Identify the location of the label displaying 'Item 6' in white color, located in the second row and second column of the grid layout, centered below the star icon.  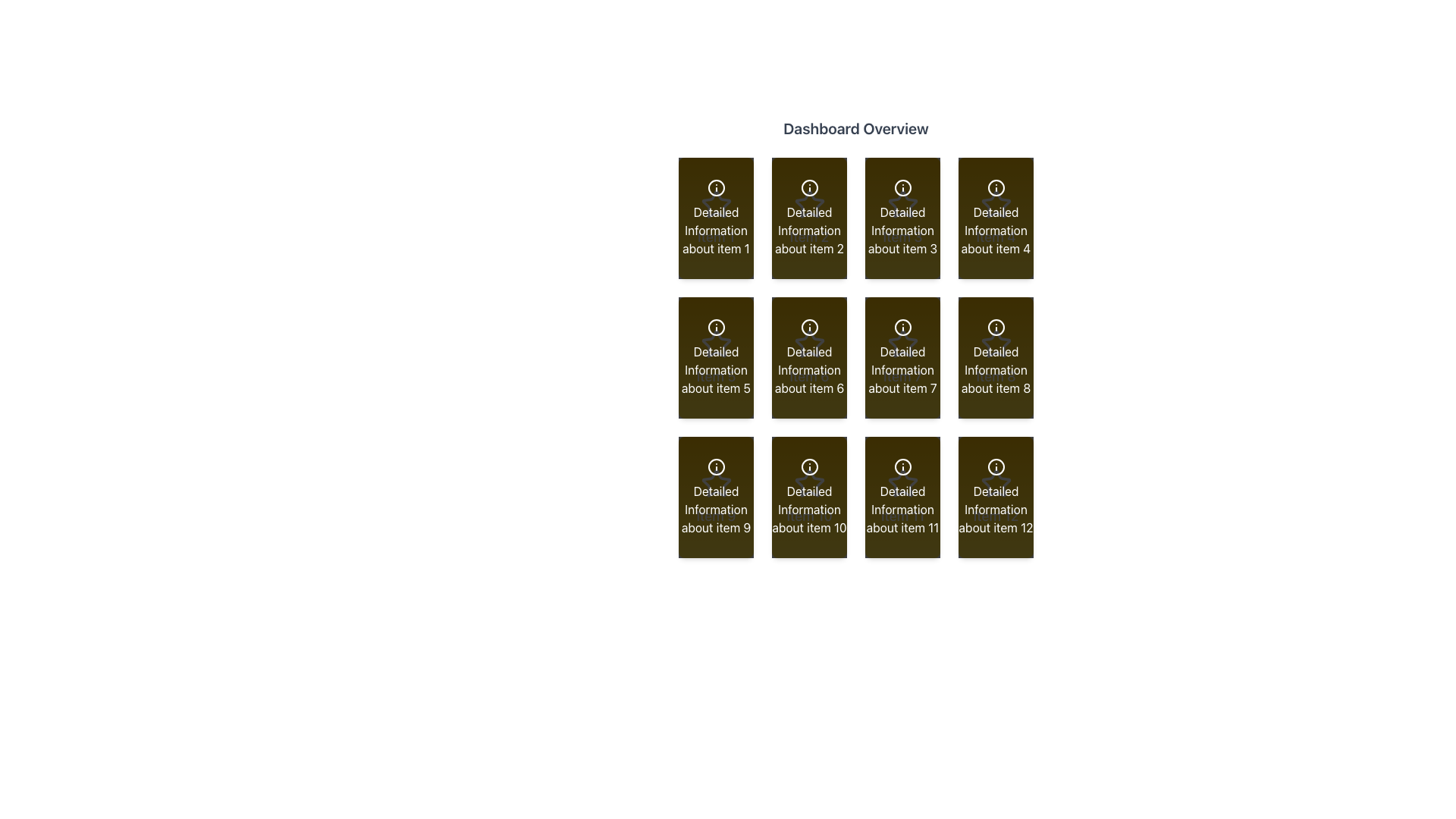
(808, 376).